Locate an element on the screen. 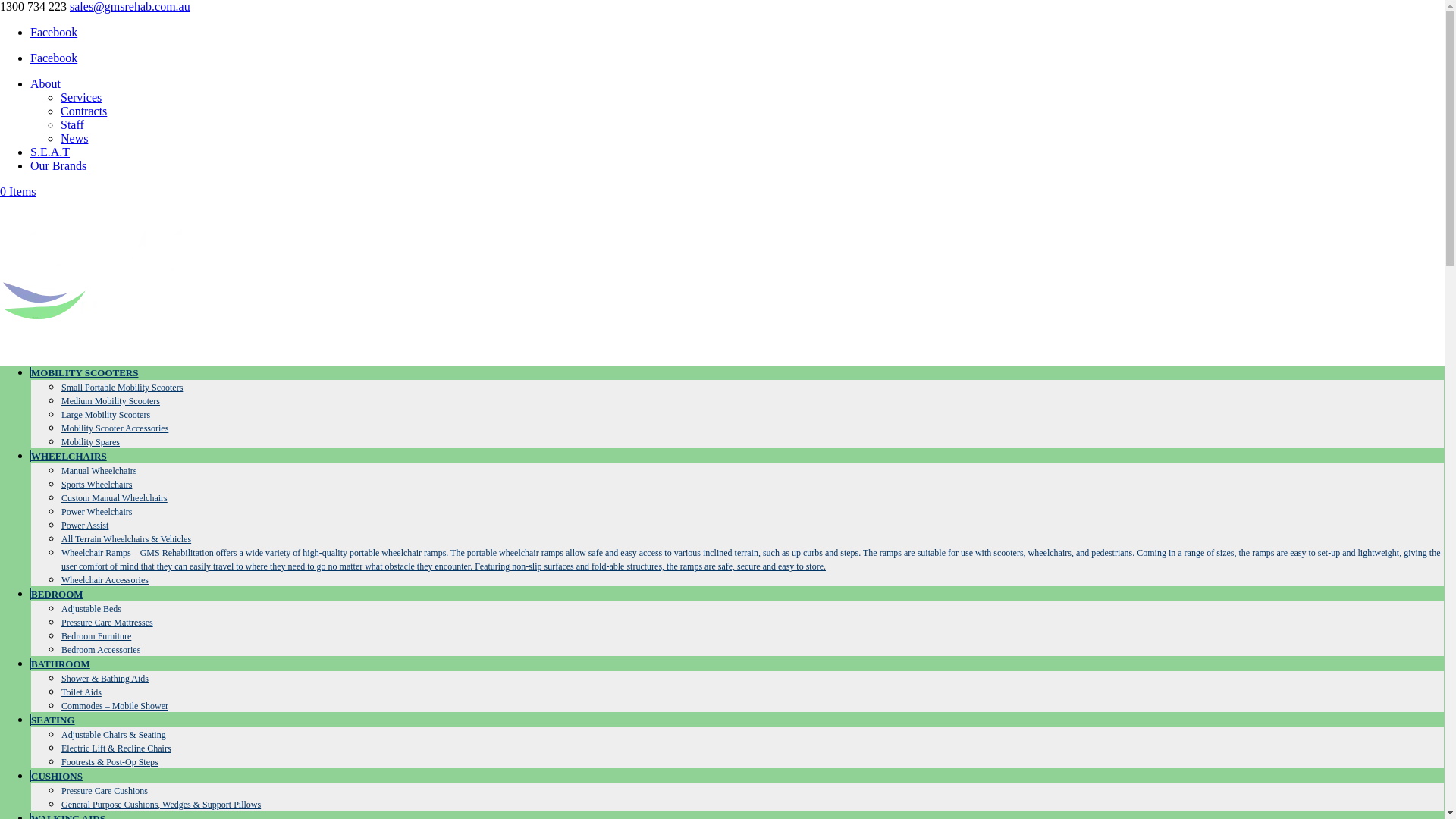 This screenshot has width=1456, height=819. 'S.E.A.T' is located at coordinates (50, 152).